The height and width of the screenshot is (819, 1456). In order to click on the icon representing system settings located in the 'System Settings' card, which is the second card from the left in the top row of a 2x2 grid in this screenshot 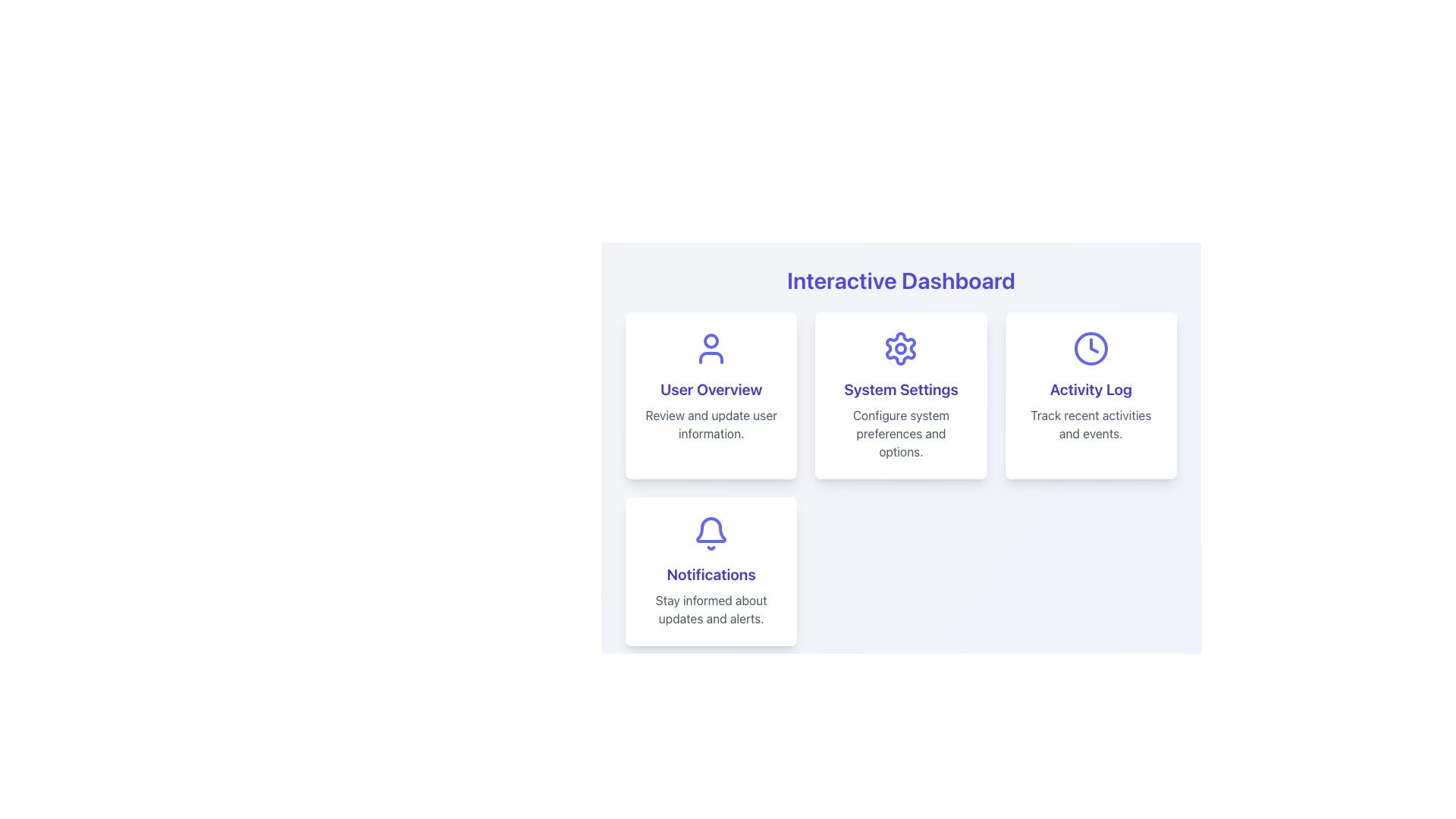, I will do `click(901, 348)`.